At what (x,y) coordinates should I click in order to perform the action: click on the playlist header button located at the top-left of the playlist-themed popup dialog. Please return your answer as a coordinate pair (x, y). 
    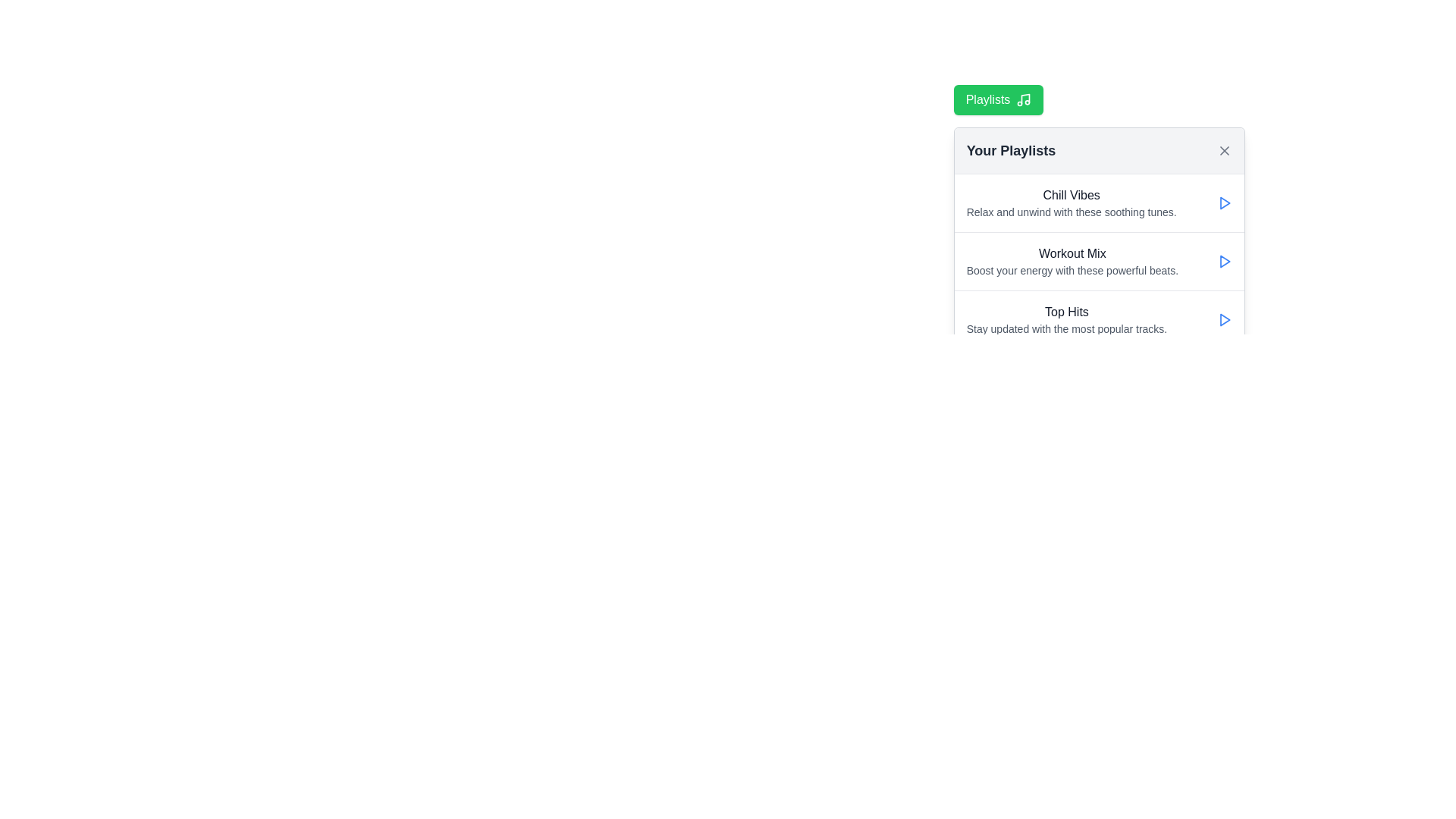
    Looking at the image, I should click on (998, 99).